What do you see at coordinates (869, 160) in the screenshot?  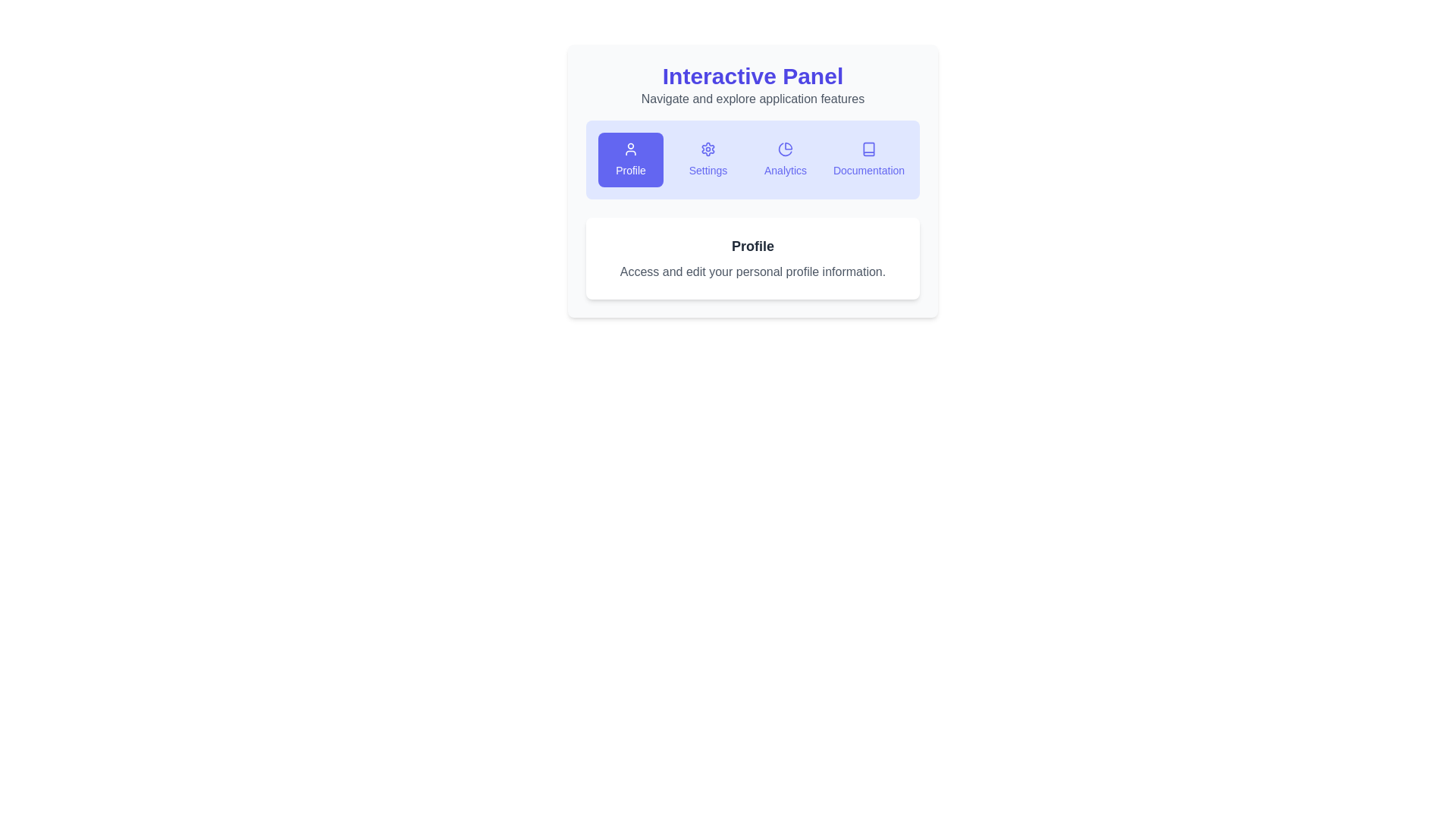 I see `the fourth button in the horizontal row, located to the right of the 'Analytics' button` at bounding box center [869, 160].